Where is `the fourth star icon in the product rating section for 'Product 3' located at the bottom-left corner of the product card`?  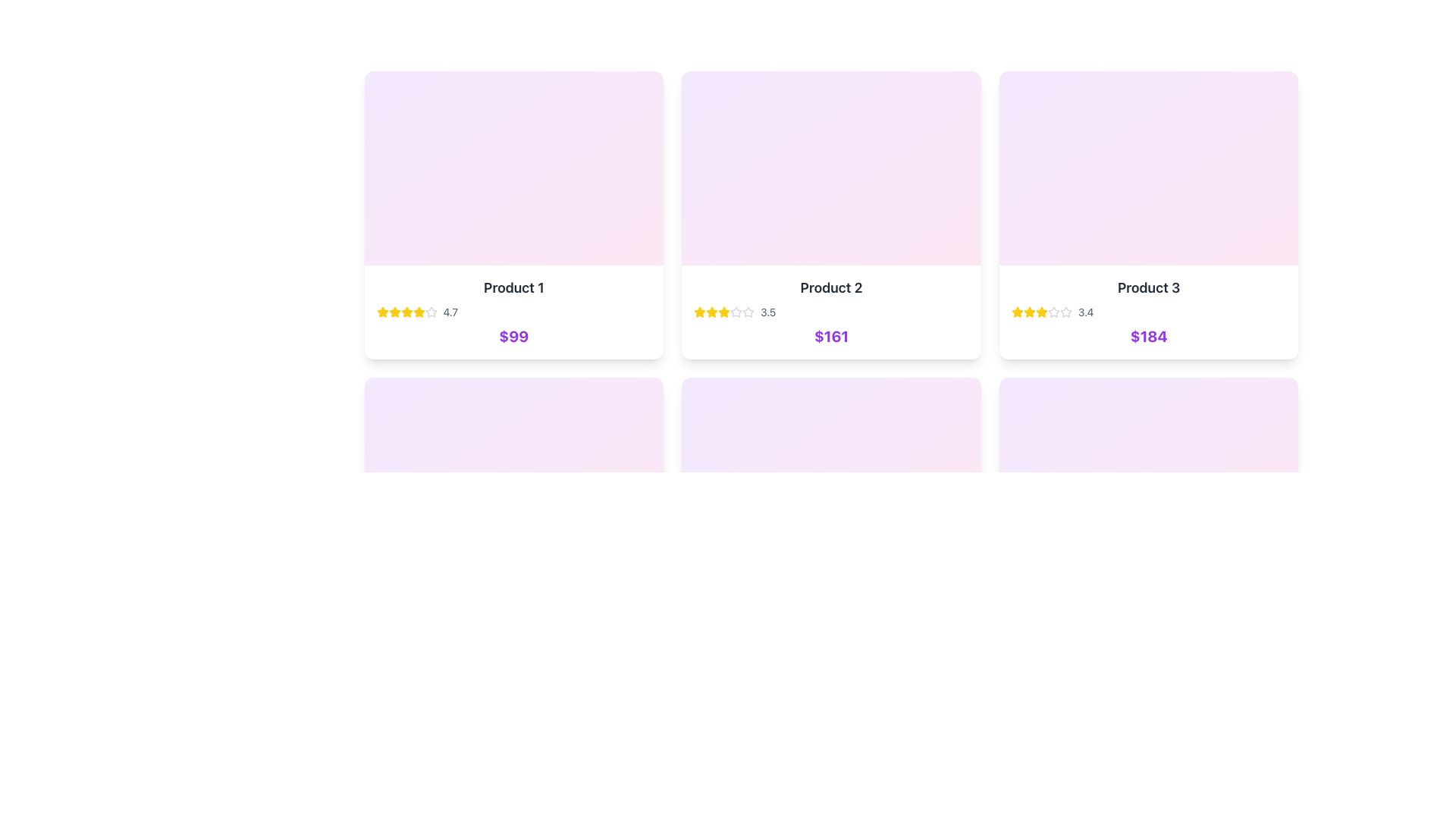
the fourth star icon in the product rating section for 'Product 3' located at the bottom-left corner of the product card is located at coordinates (1052, 311).